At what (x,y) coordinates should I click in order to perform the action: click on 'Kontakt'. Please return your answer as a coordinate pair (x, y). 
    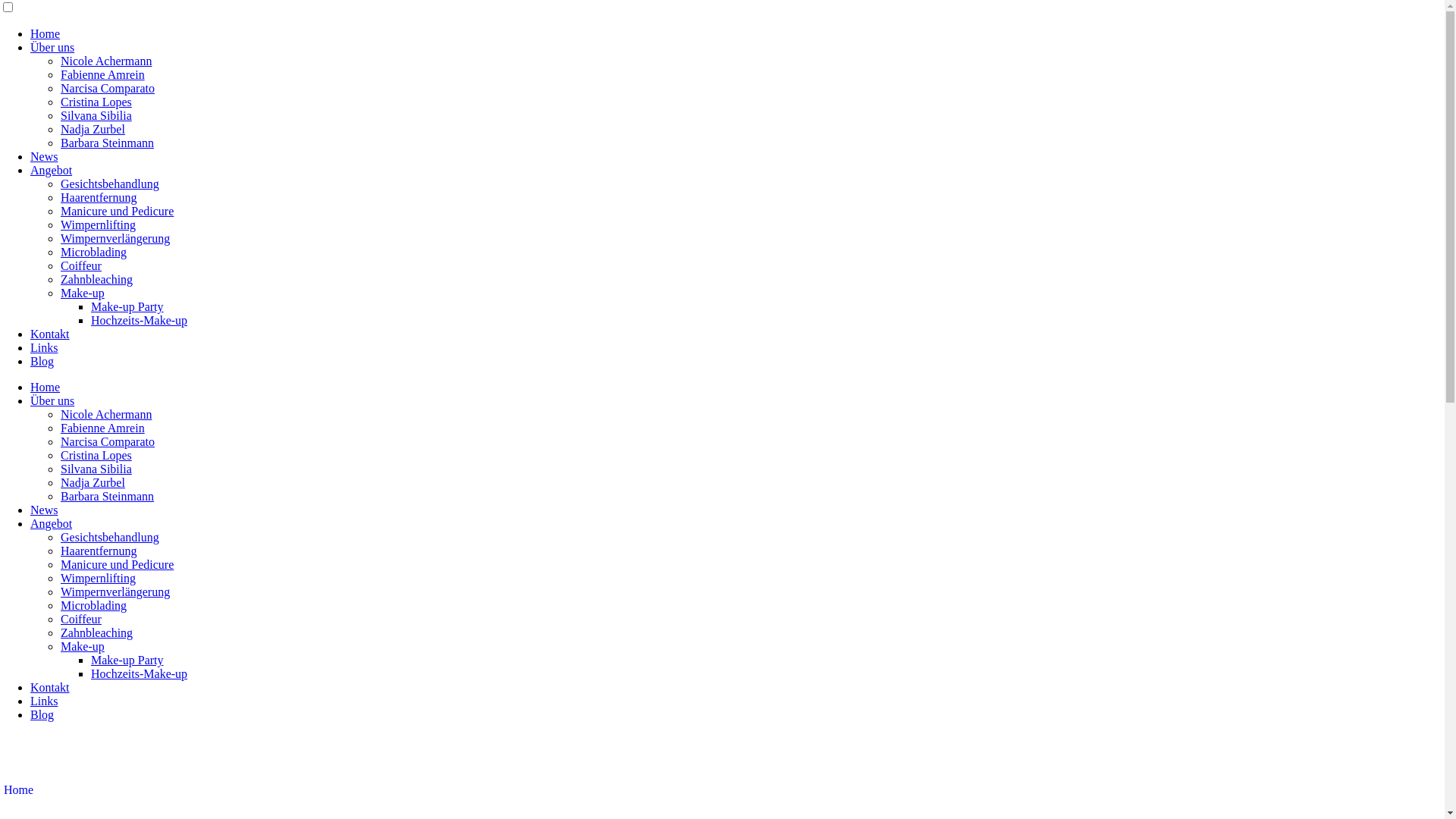
    Looking at the image, I should click on (50, 333).